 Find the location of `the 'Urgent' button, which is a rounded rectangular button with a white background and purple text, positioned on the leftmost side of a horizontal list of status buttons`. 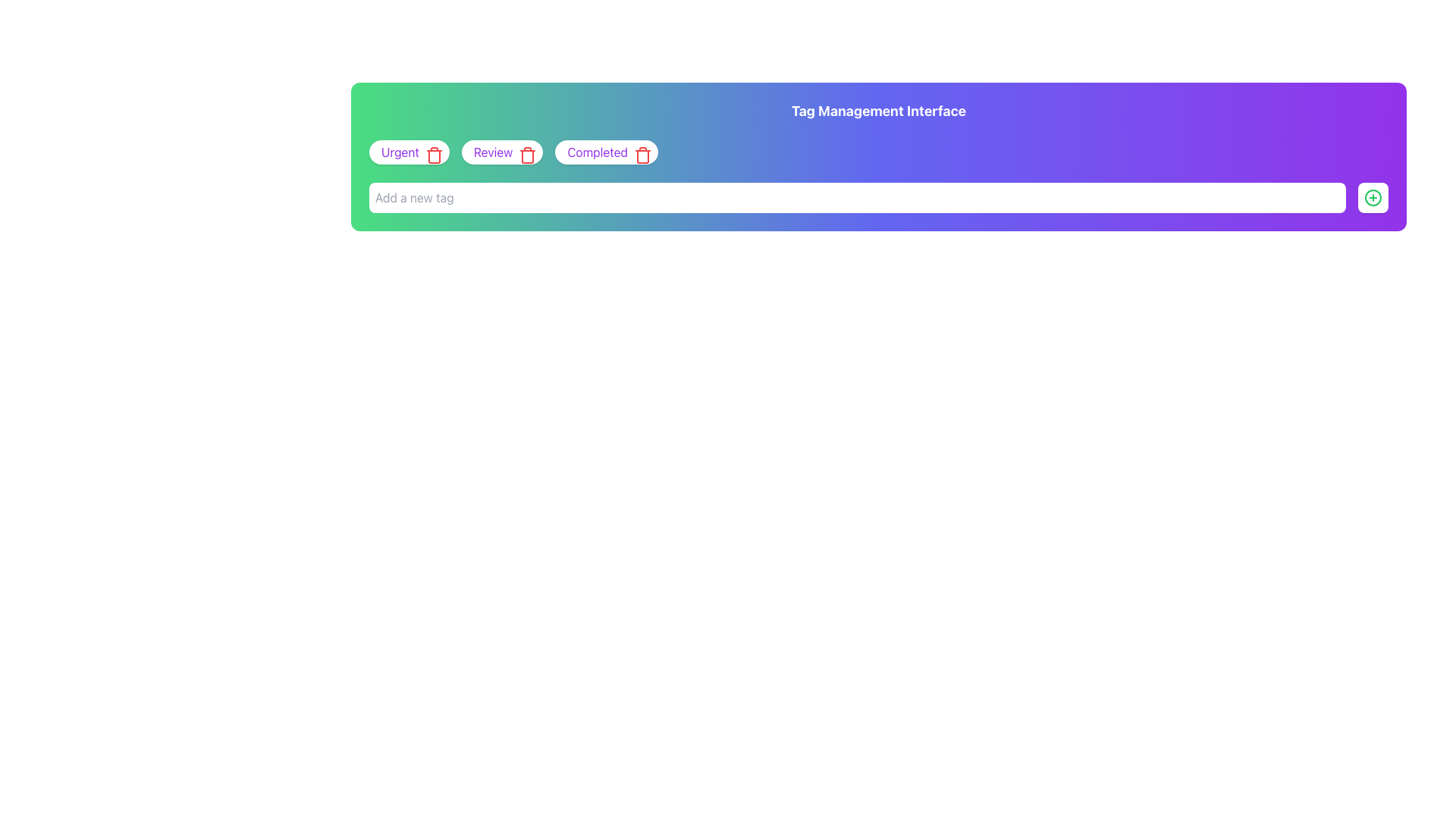

the 'Urgent' button, which is a rounded rectangular button with a white background and purple text, positioned on the leftmost side of a horizontal list of status buttons is located at coordinates (409, 152).